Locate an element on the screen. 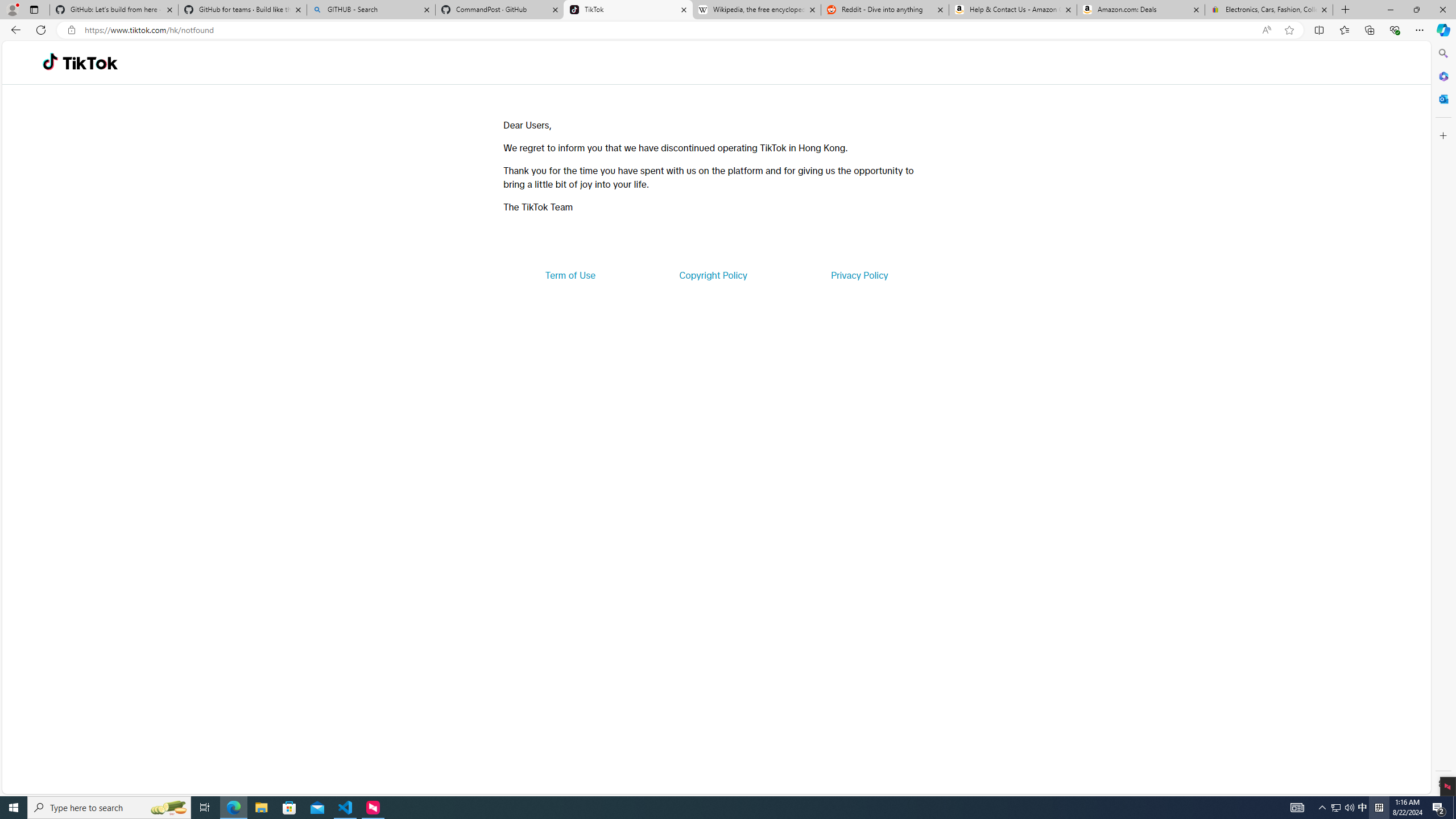  'Reddit - Dive into anything' is located at coordinates (885, 9).